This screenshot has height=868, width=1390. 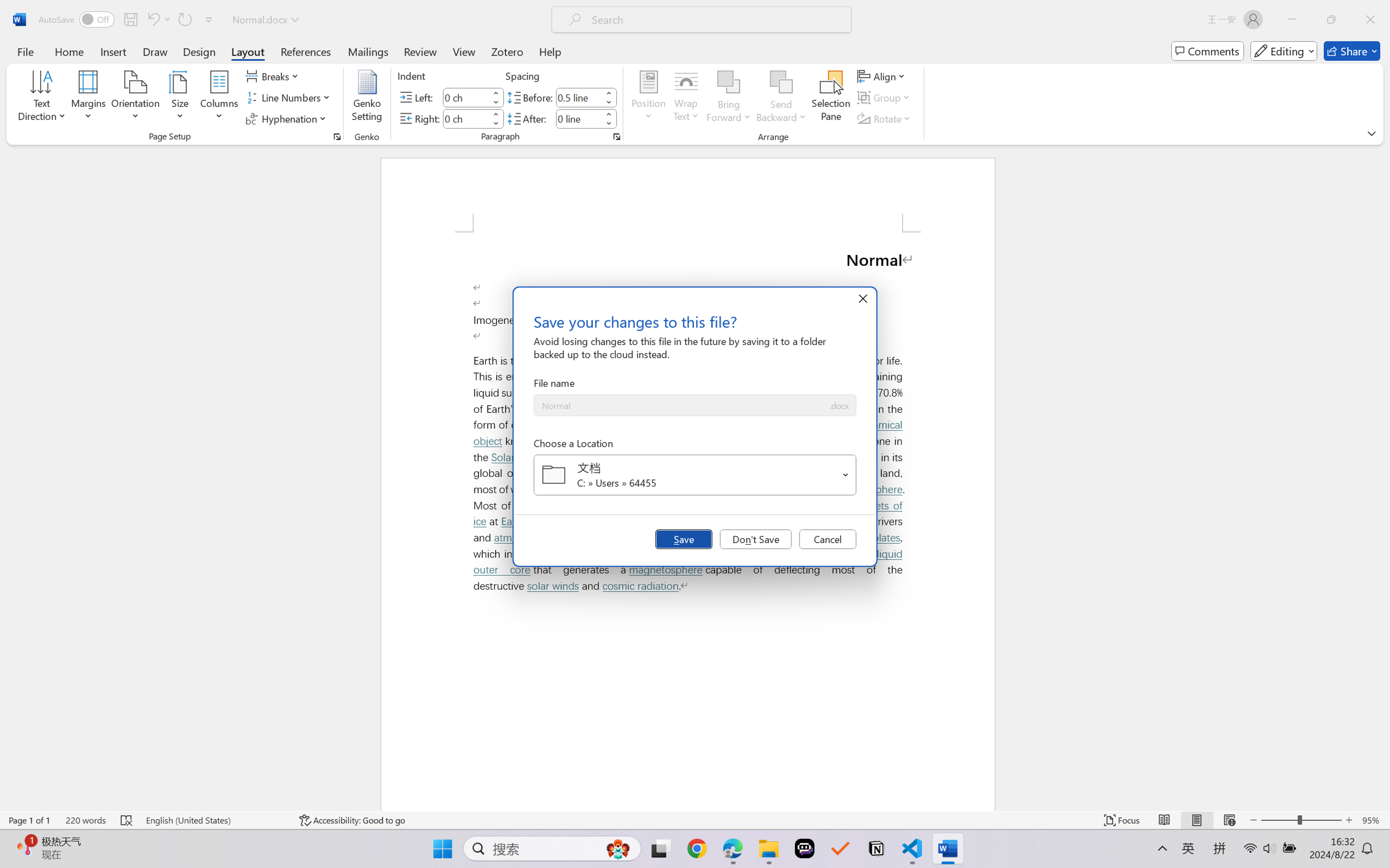 I want to click on 'Bring Forward', so click(x=729, y=98).